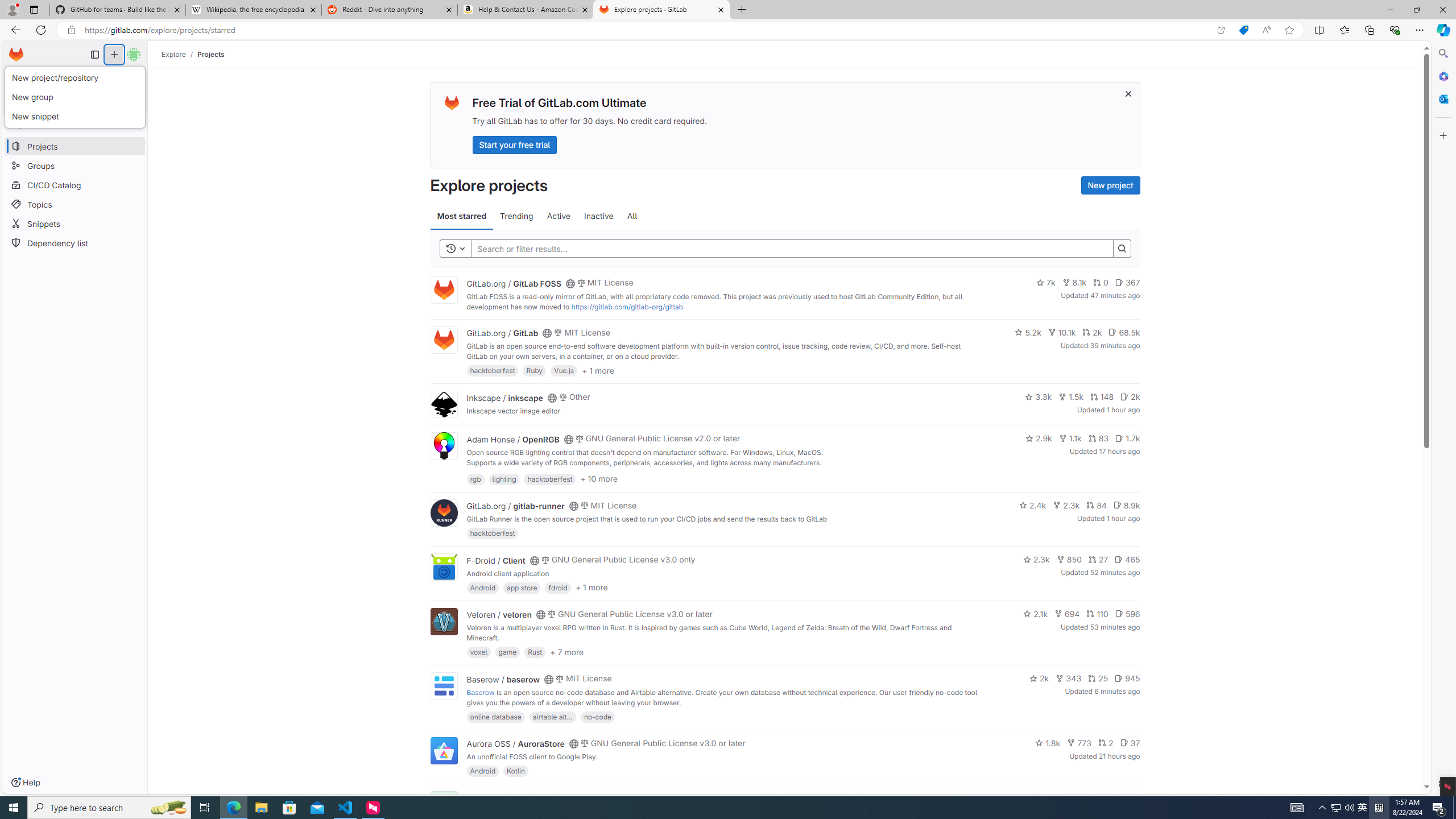 The width and height of the screenshot is (1456, 819). Describe the element at coordinates (598, 478) in the screenshot. I see `'+ 10 more'` at that location.